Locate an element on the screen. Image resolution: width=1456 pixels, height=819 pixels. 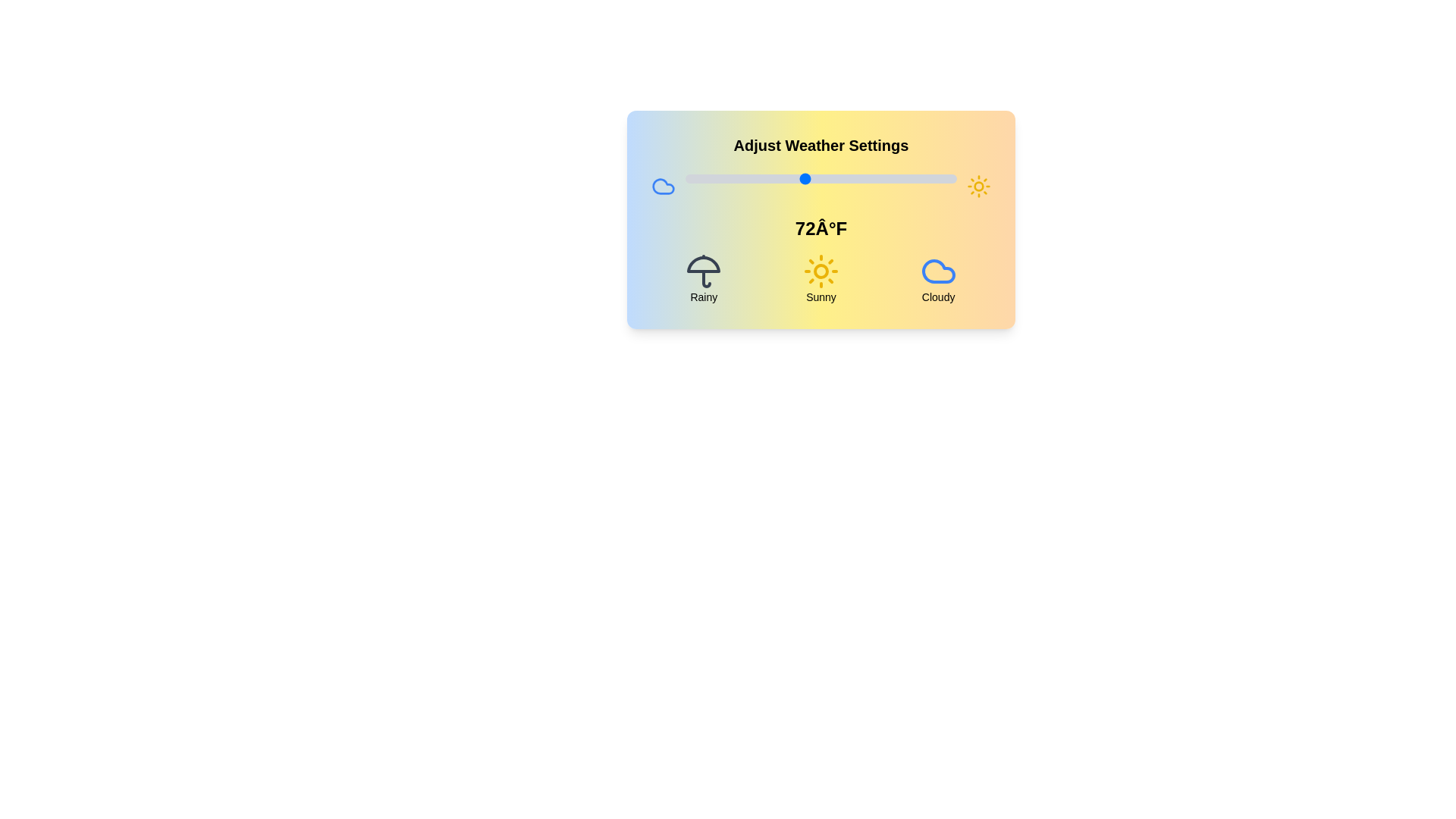
the weather icon corresponding to Cloudy to observe changes is located at coordinates (938, 278).